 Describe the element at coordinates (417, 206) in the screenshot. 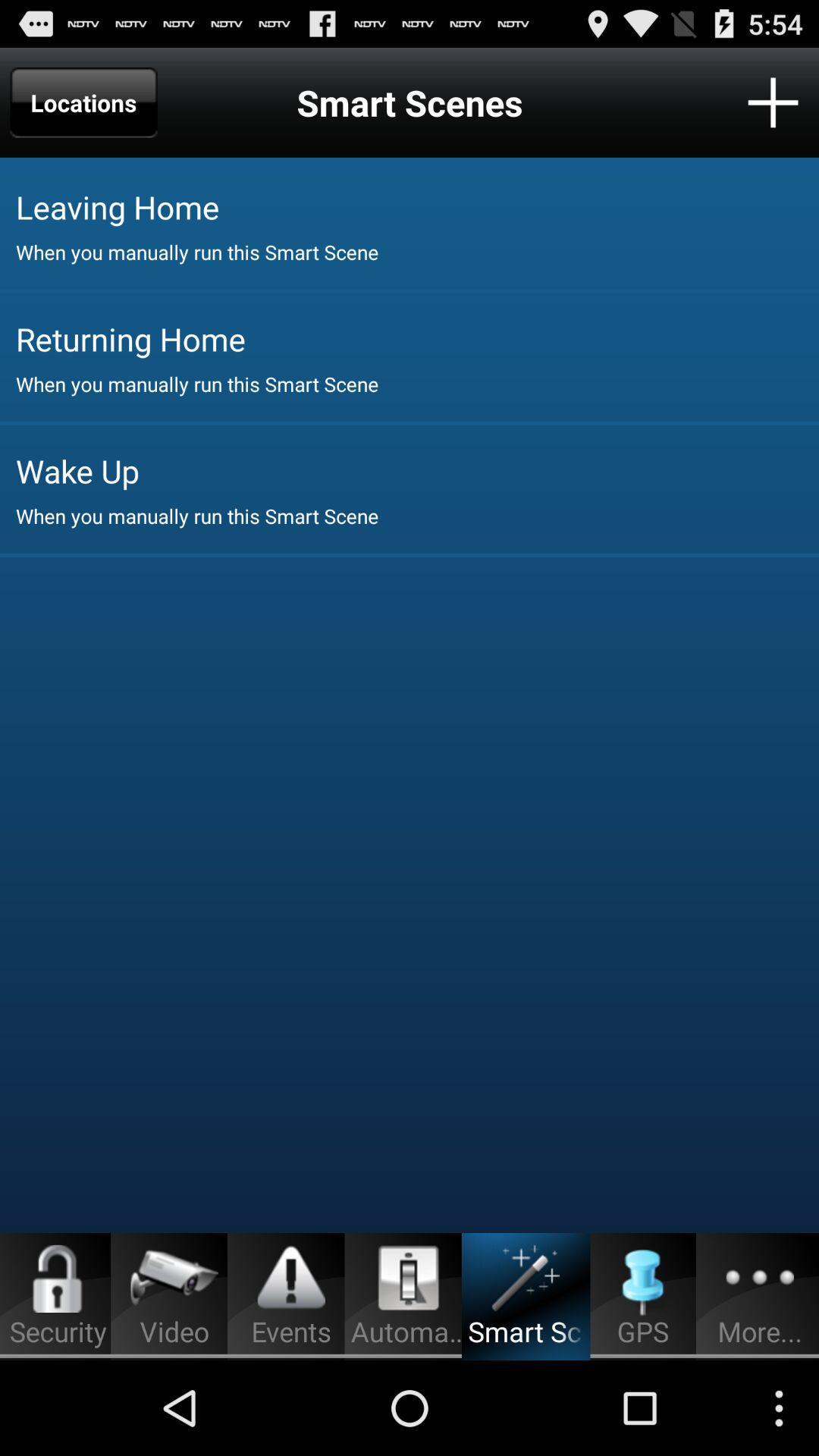

I see `the leaving home app` at that location.